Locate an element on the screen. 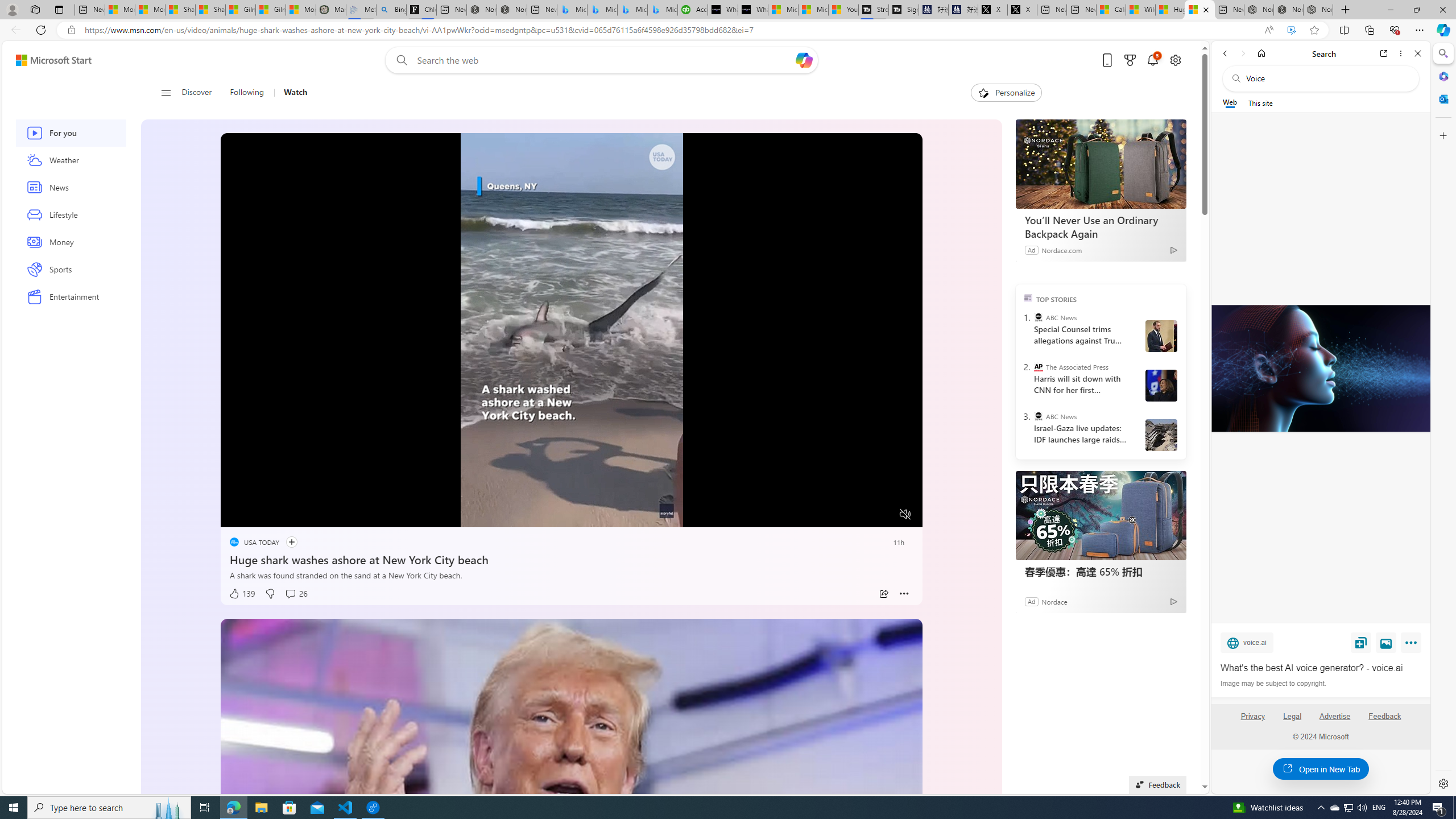  'Settings' is located at coordinates (1442, 783).